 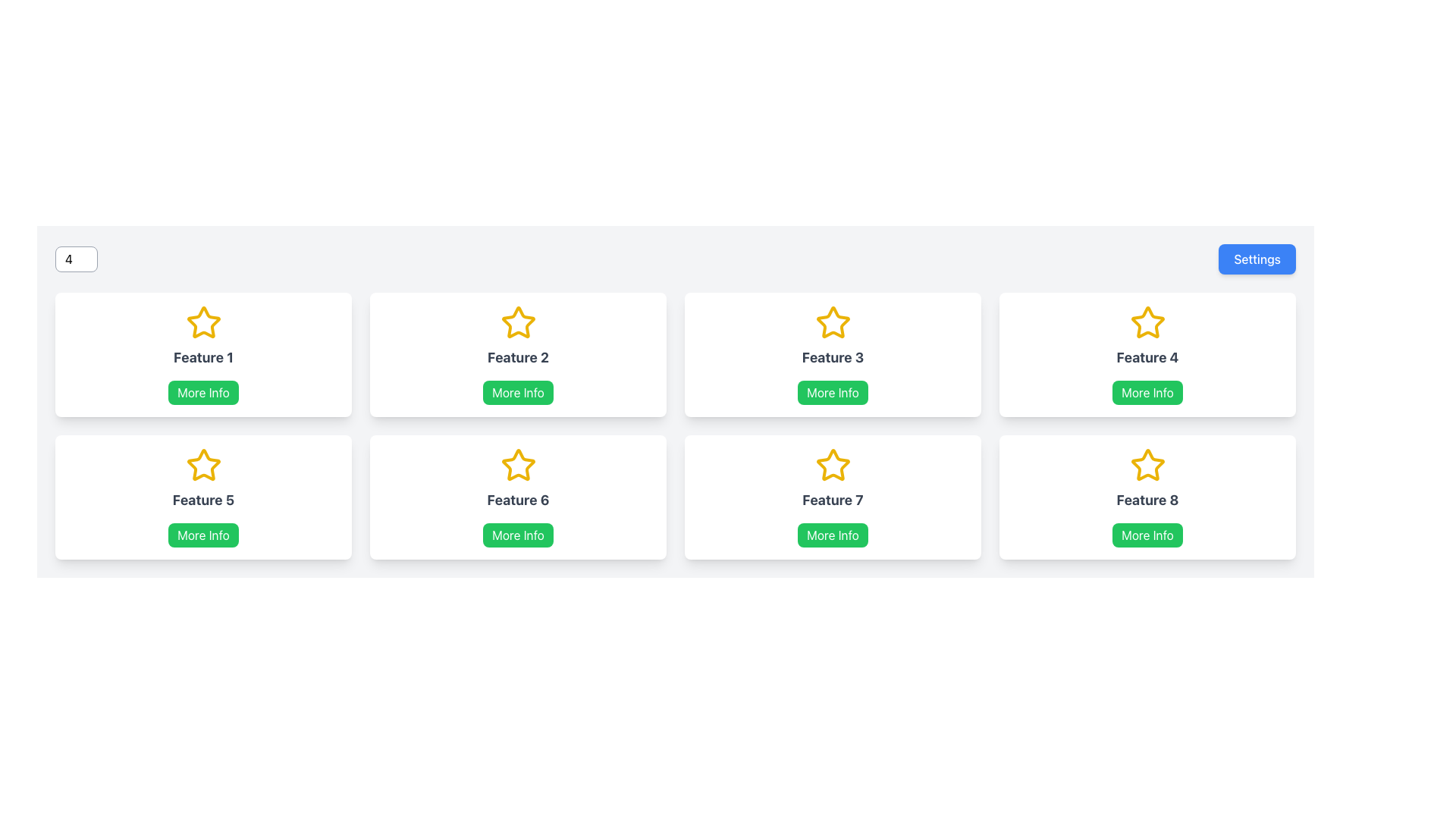 I want to click on the yellow star icon with a hollow center located in the upper-left corner of the 'Feature 1' card layout, so click(x=202, y=322).